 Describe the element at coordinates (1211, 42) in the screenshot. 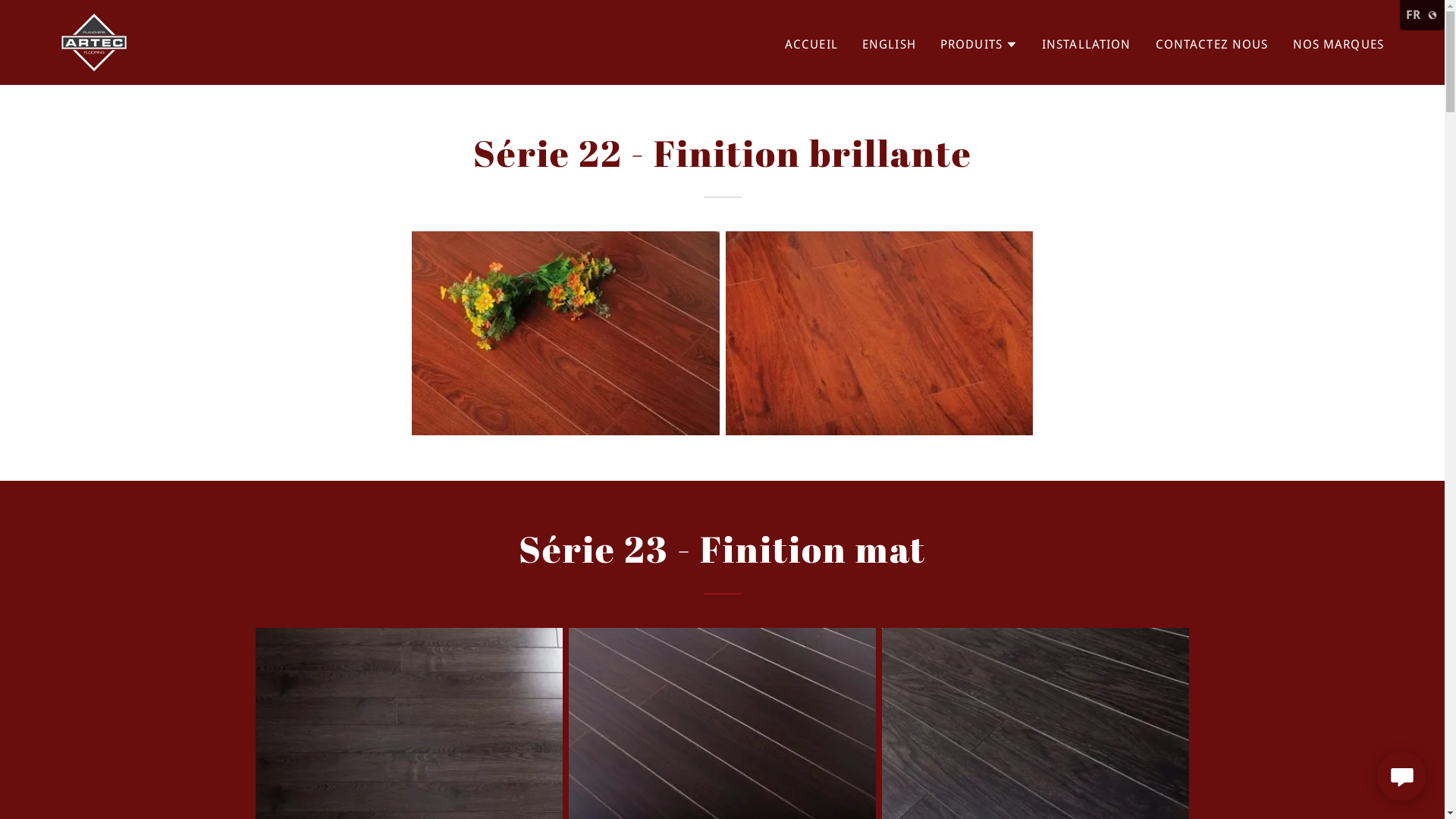

I see `'CONTACTEZ NOUS'` at that location.